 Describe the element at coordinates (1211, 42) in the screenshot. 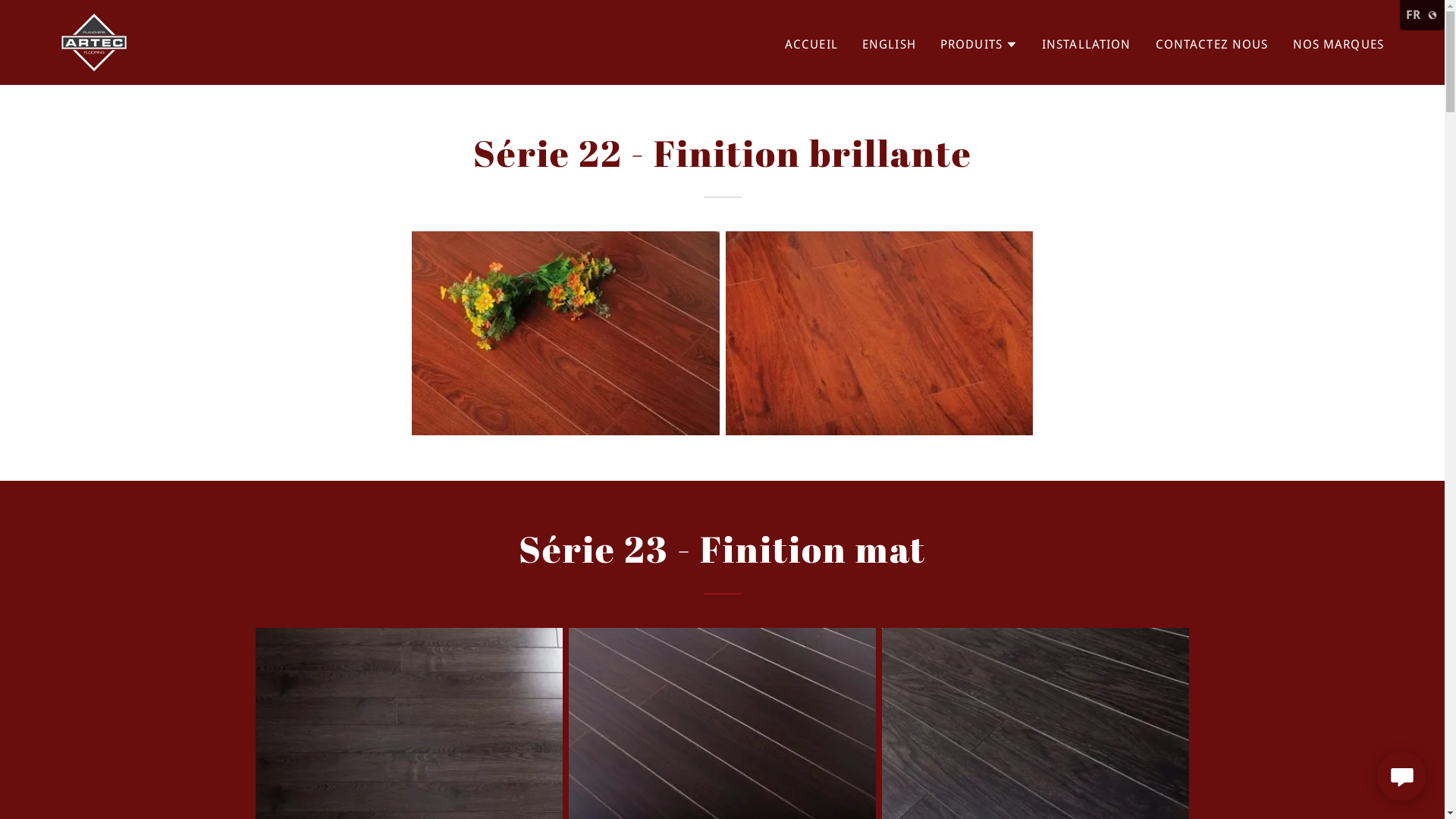

I see `'CONTACTEZ NOUS'` at that location.